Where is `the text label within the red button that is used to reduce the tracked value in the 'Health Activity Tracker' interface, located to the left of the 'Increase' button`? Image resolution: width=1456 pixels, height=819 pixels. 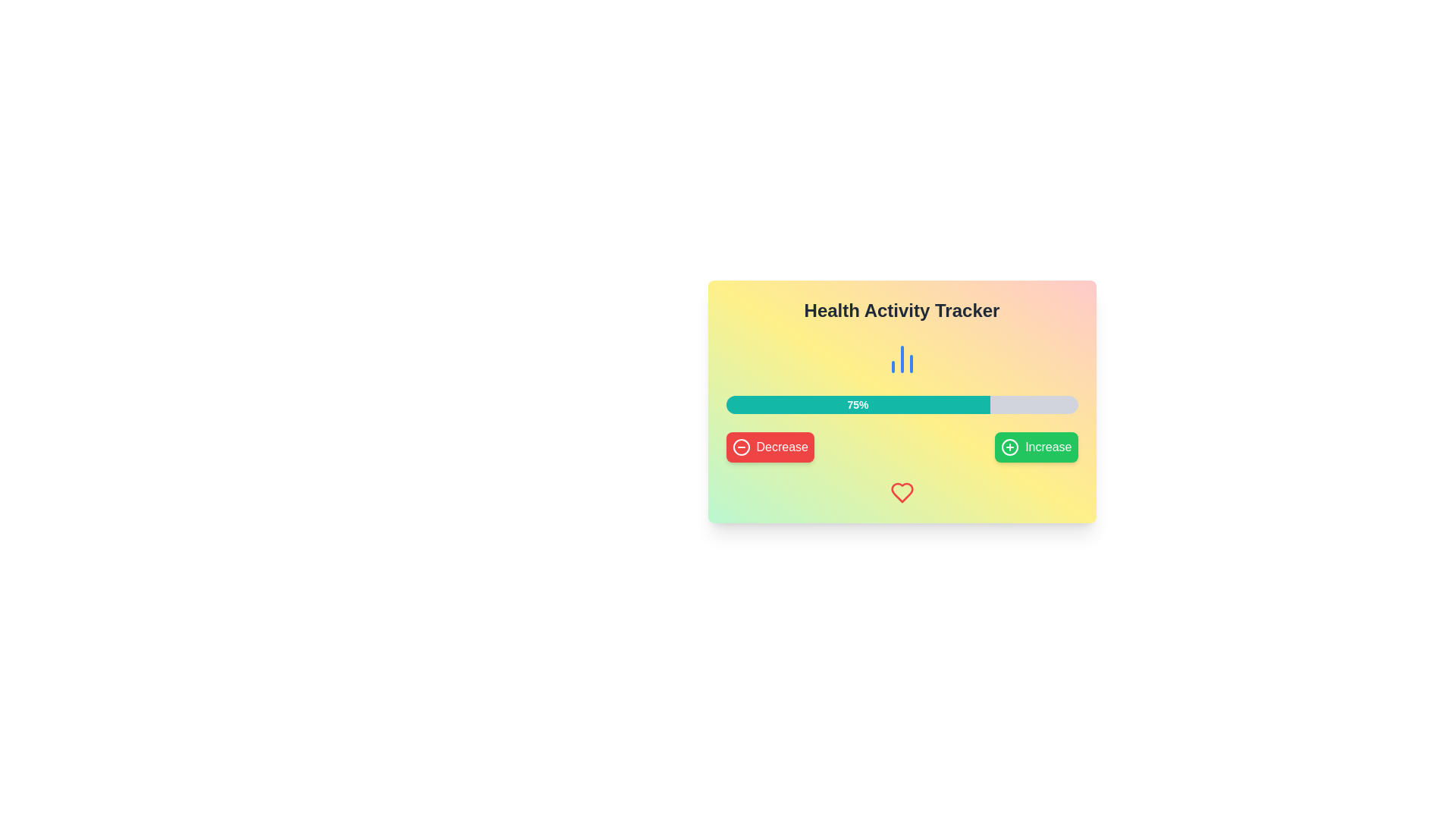 the text label within the red button that is used to reduce the tracked value in the 'Health Activity Tracker' interface, located to the left of the 'Increase' button is located at coordinates (782, 447).